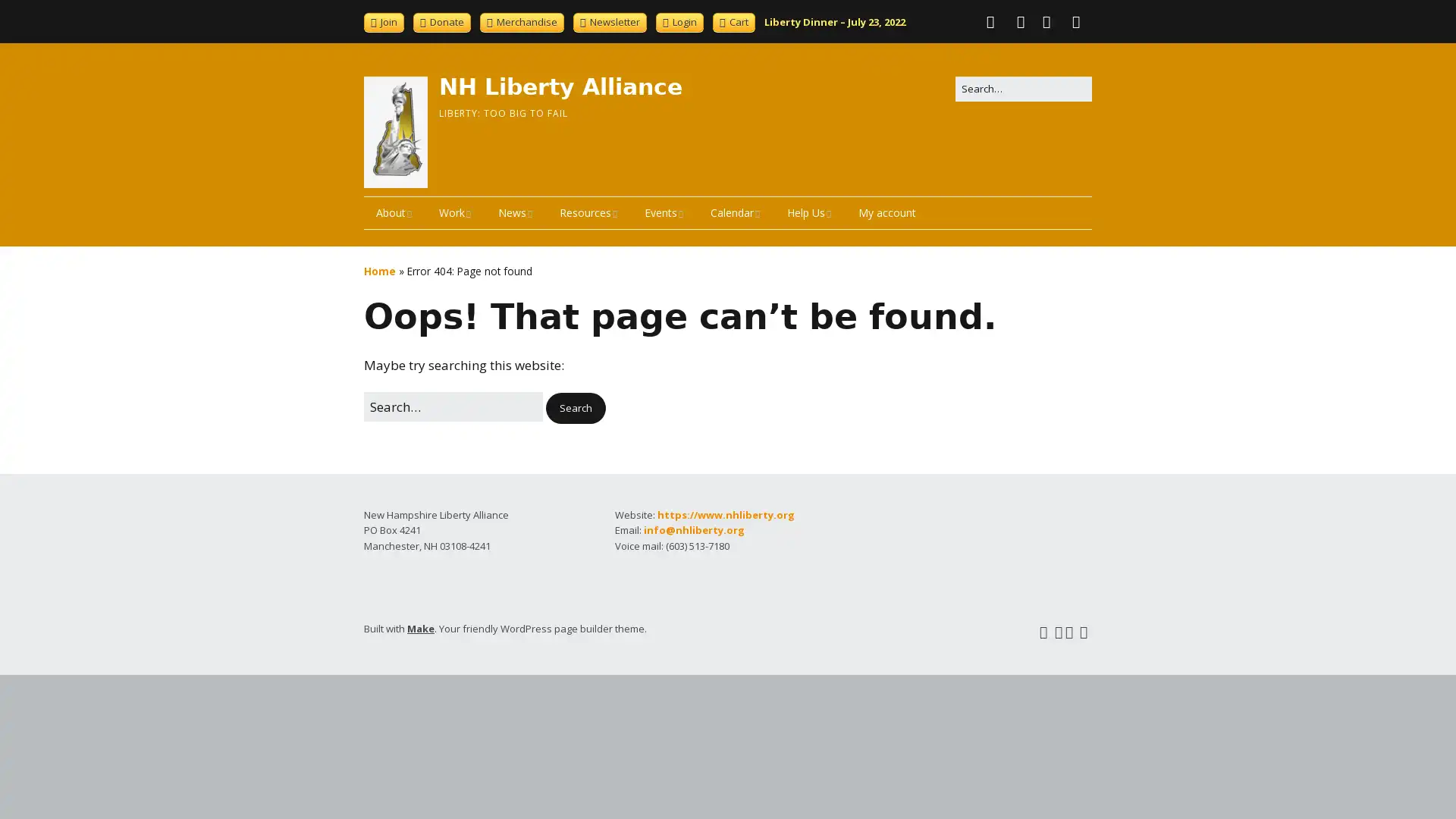  What do you see at coordinates (575, 406) in the screenshot?
I see `Search` at bounding box center [575, 406].